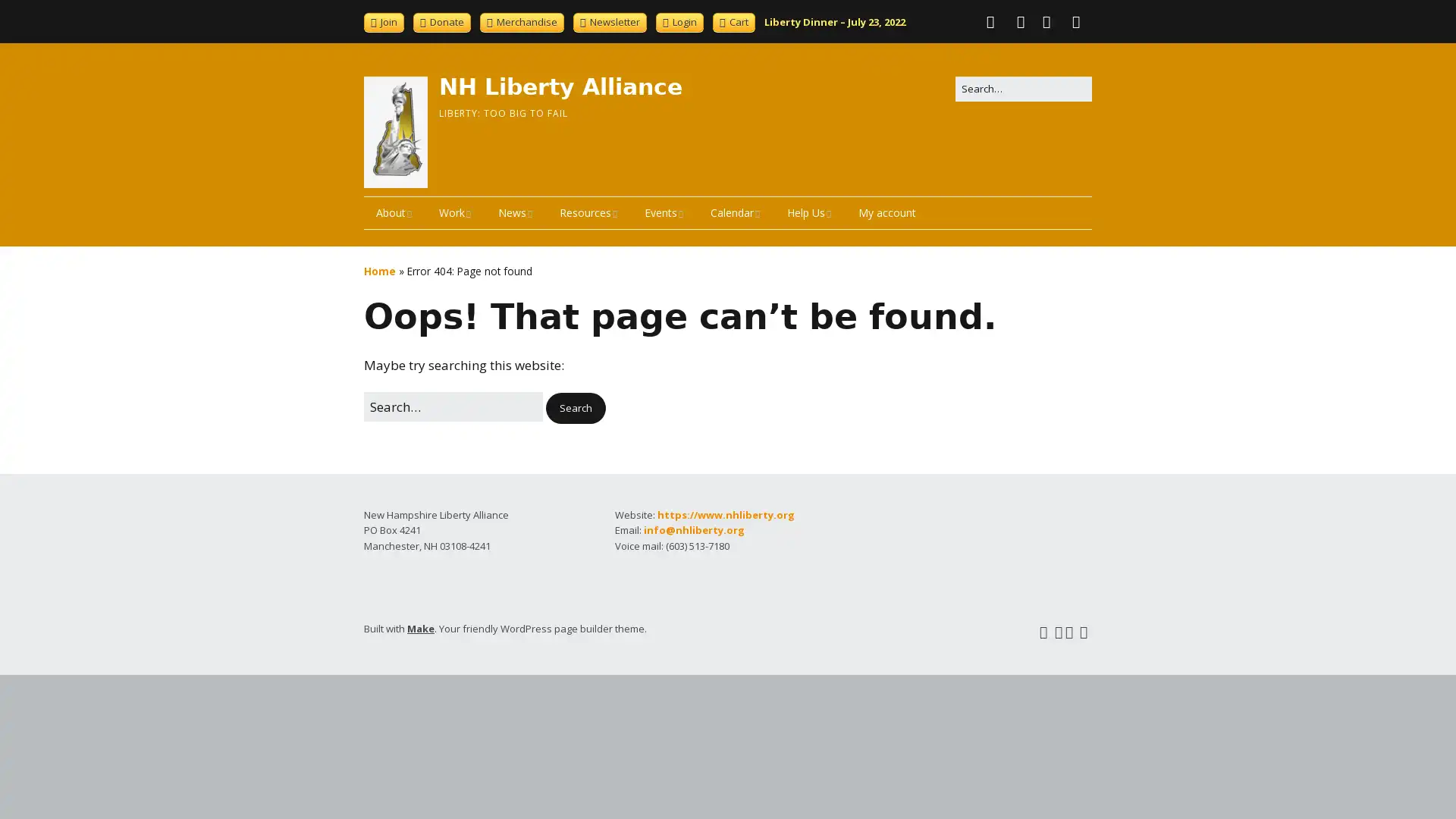  What do you see at coordinates (575, 406) in the screenshot?
I see `Search` at bounding box center [575, 406].